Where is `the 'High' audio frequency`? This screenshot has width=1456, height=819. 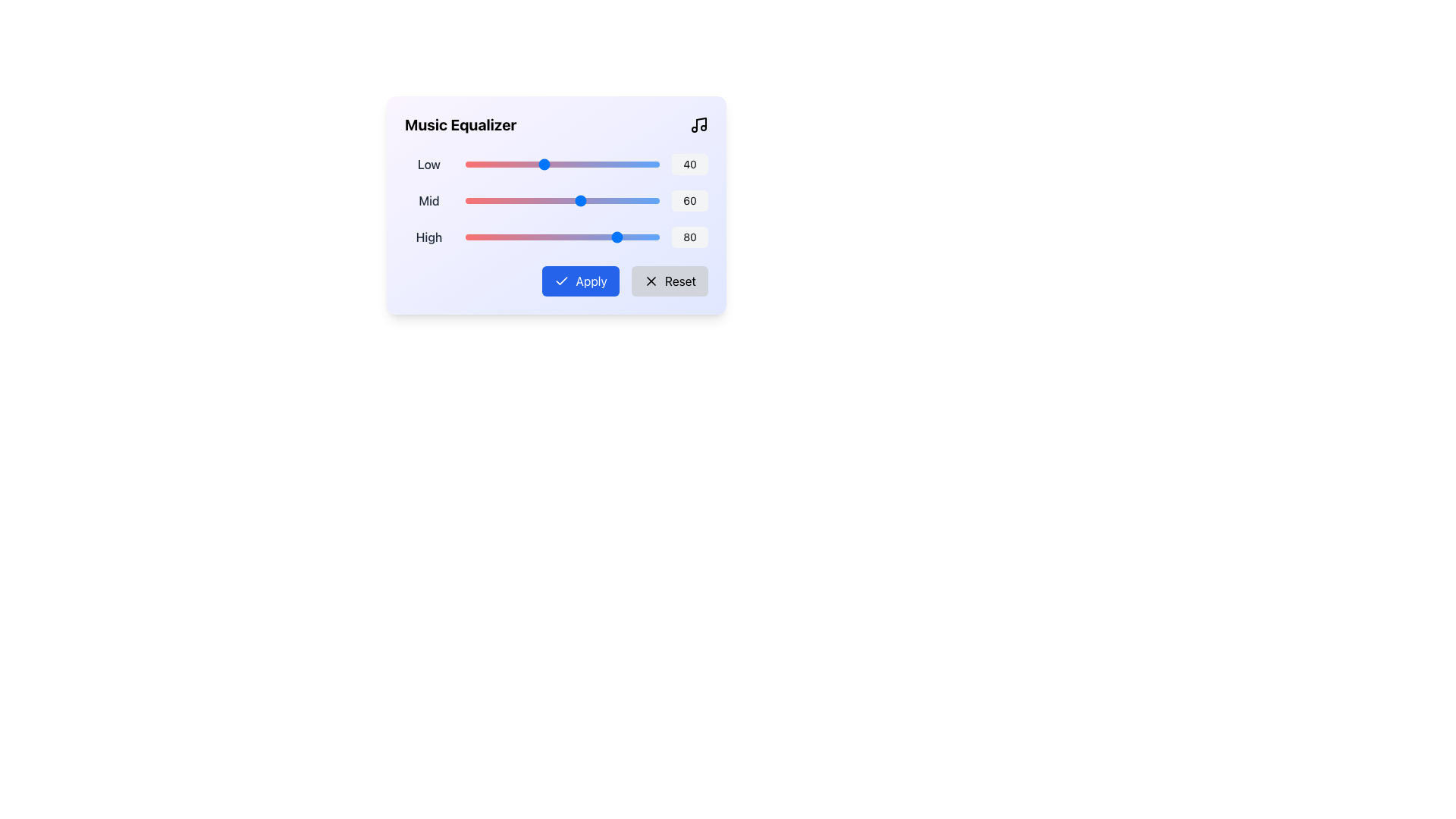
the 'High' audio frequency is located at coordinates (494, 237).